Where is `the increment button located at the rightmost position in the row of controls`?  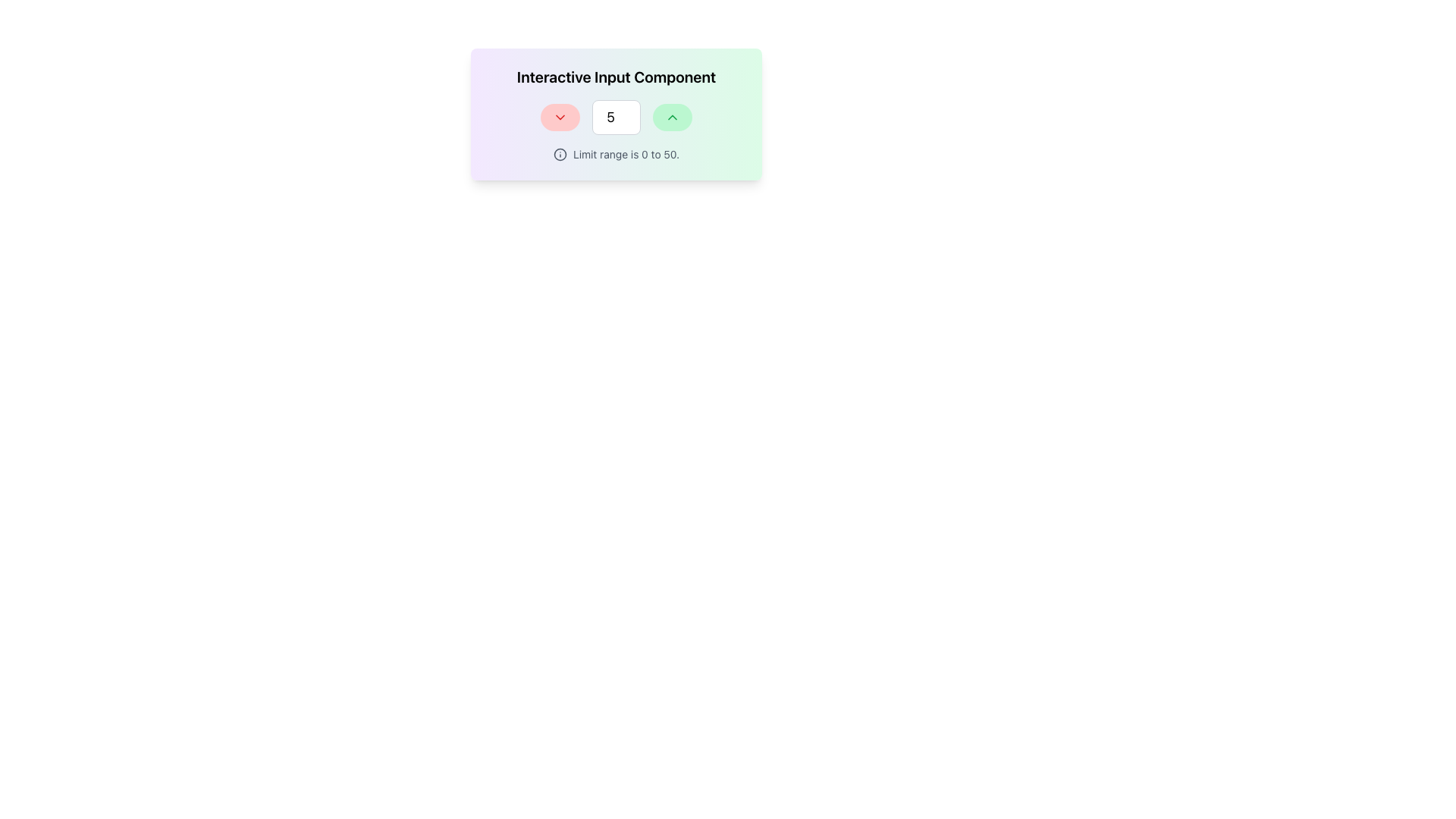
the increment button located at the rightmost position in the row of controls is located at coordinates (672, 116).